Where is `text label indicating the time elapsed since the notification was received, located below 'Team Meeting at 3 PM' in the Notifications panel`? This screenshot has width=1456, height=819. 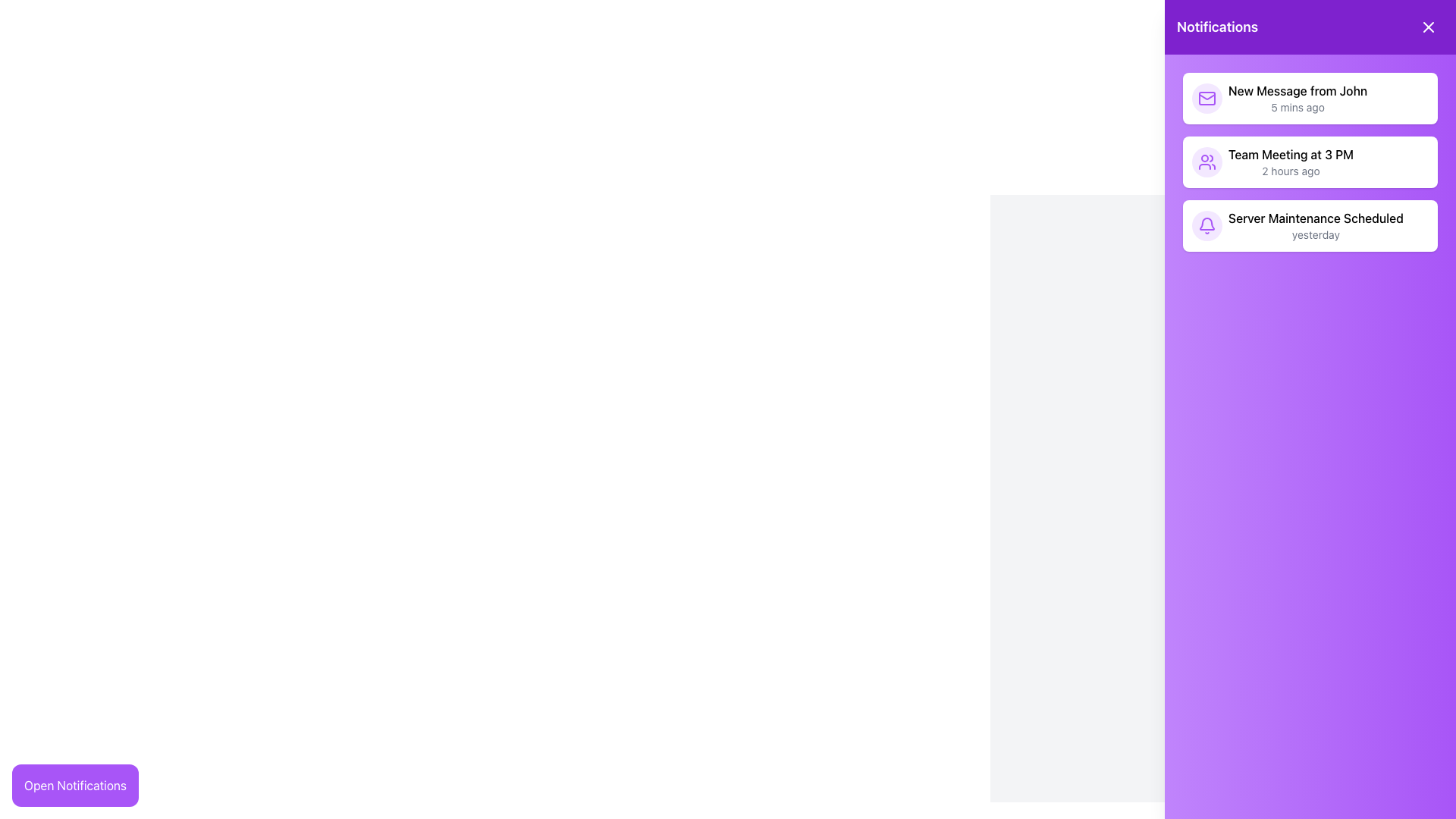
text label indicating the time elapsed since the notification was received, located below 'Team Meeting at 3 PM' in the Notifications panel is located at coordinates (1290, 171).